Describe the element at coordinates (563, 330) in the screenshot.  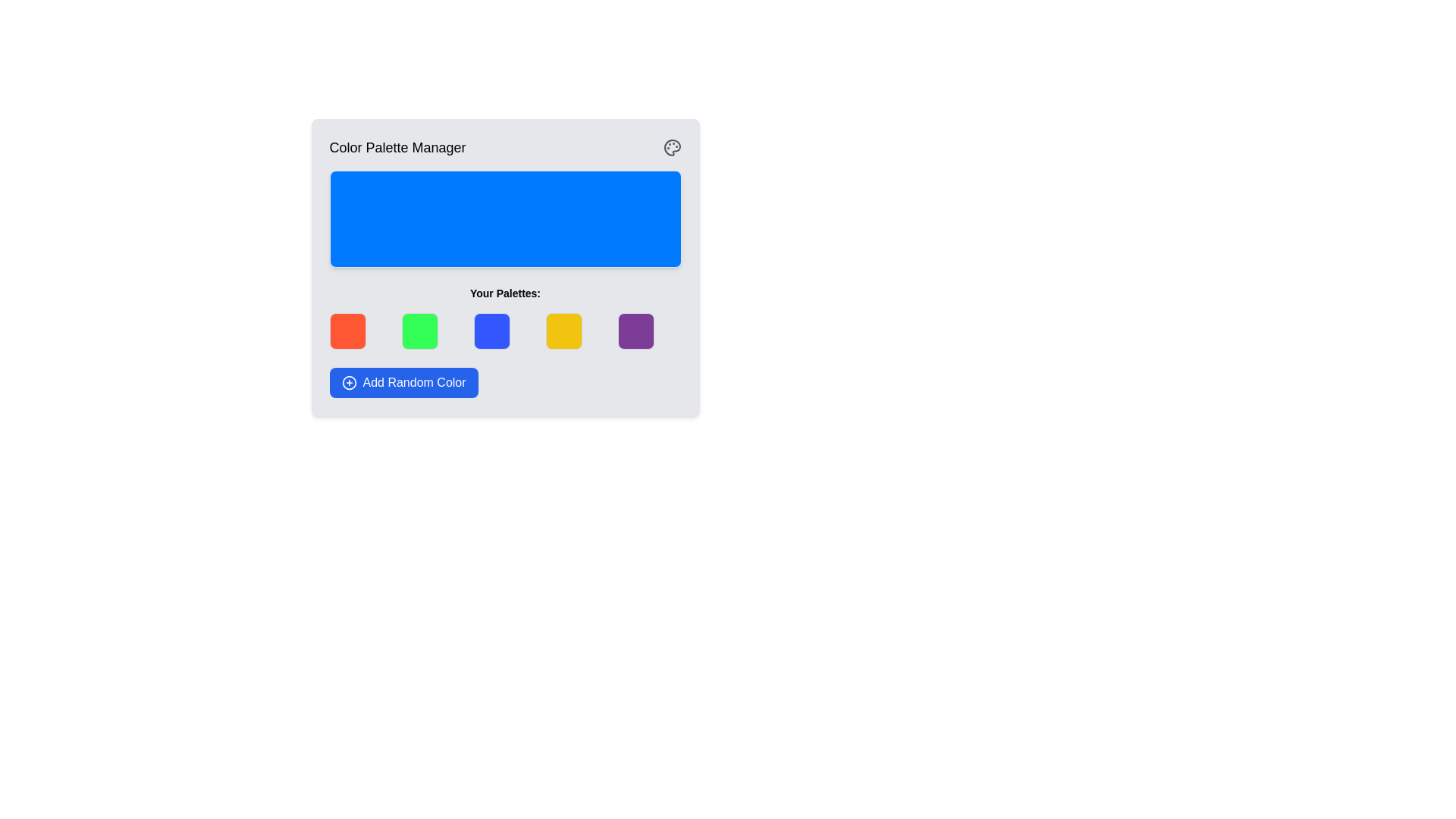
I see `the bright yellow color swatch with rounded corners, which is the fourth item in a group of five colored squares` at that location.